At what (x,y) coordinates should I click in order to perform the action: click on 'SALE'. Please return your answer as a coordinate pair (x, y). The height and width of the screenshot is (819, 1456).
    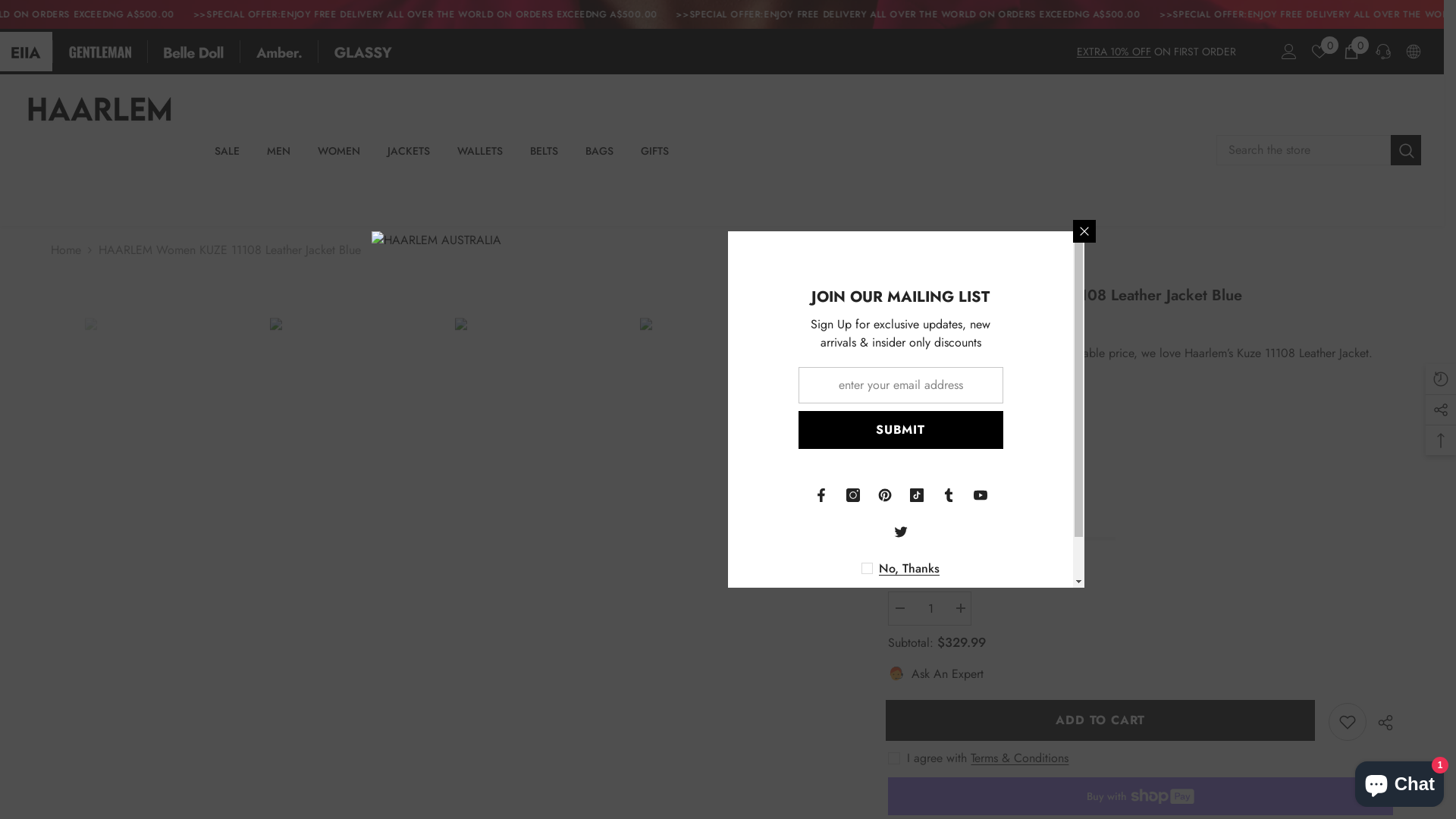
    Looking at the image, I should click on (226, 157).